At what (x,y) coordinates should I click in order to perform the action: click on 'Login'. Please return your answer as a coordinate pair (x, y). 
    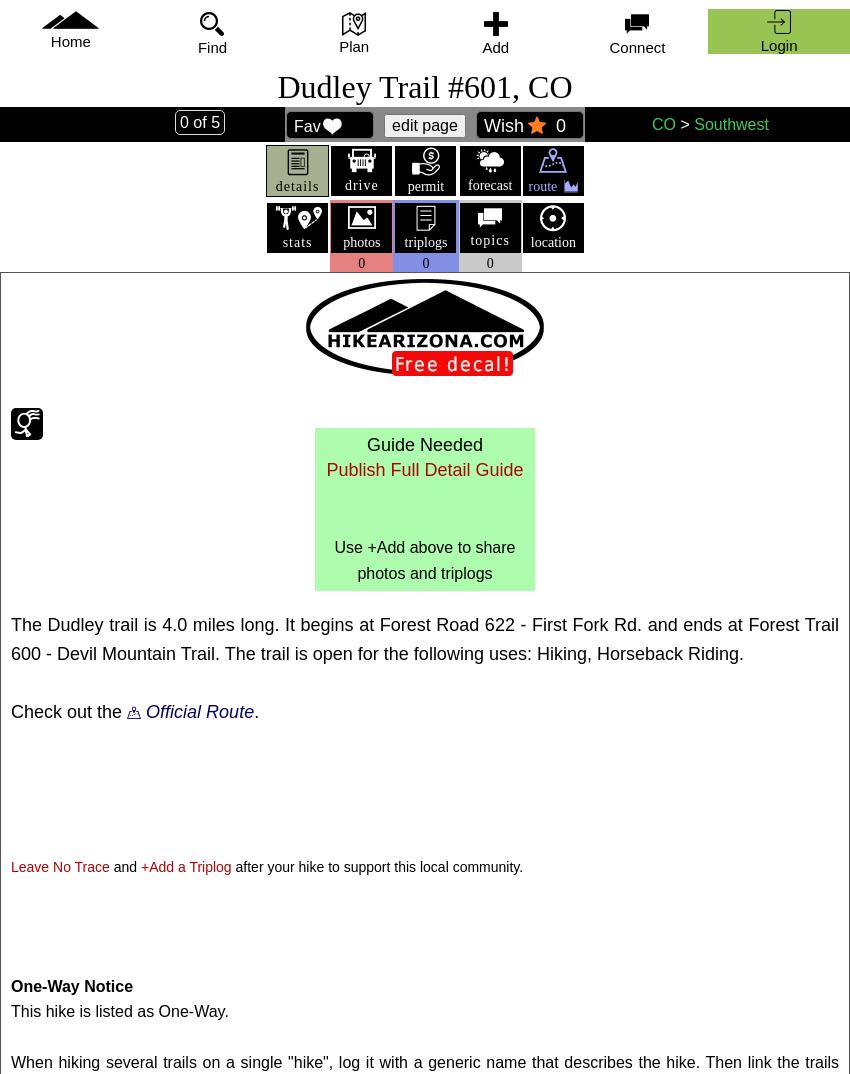
    Looking at the image, I should click on (759, 43).